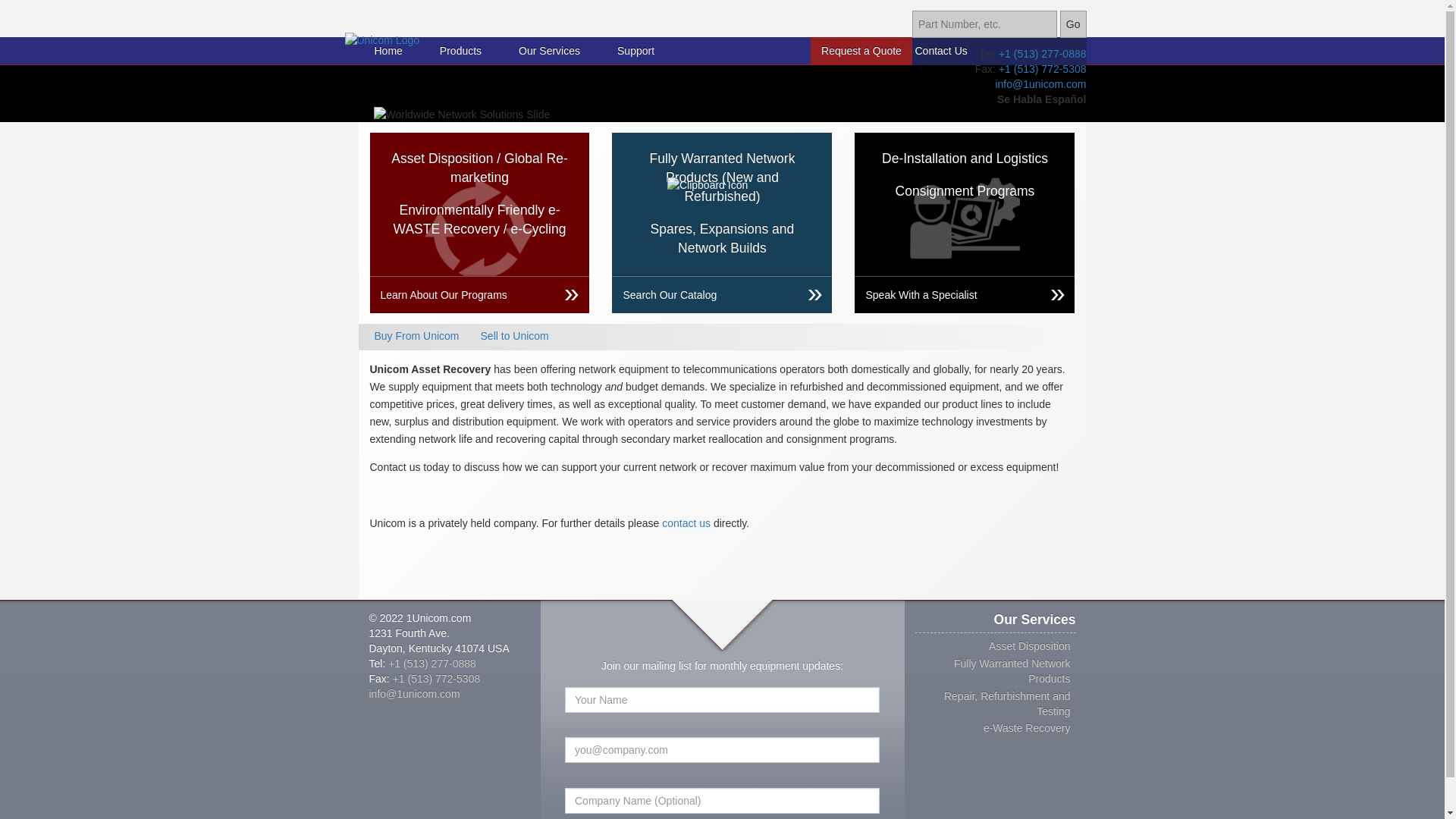 This screenshot has height=819, width=1456. What do you see at coordinates (548, 49) in the screenshot?
I see `'Our Services'` at bounding box center [548, 49].